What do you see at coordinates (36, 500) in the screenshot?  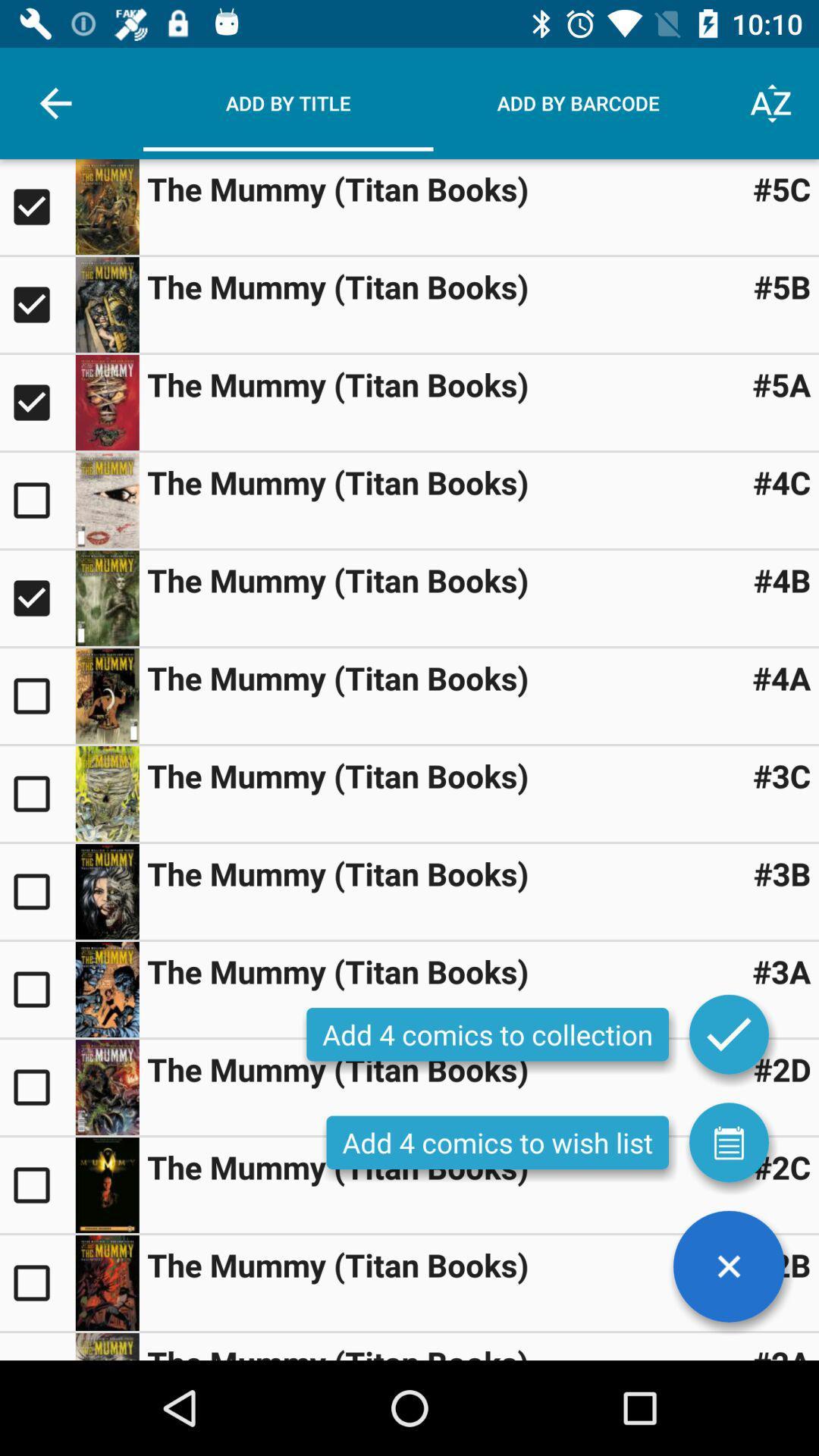 I see `a book that you read` at bounding box center [36, 500].